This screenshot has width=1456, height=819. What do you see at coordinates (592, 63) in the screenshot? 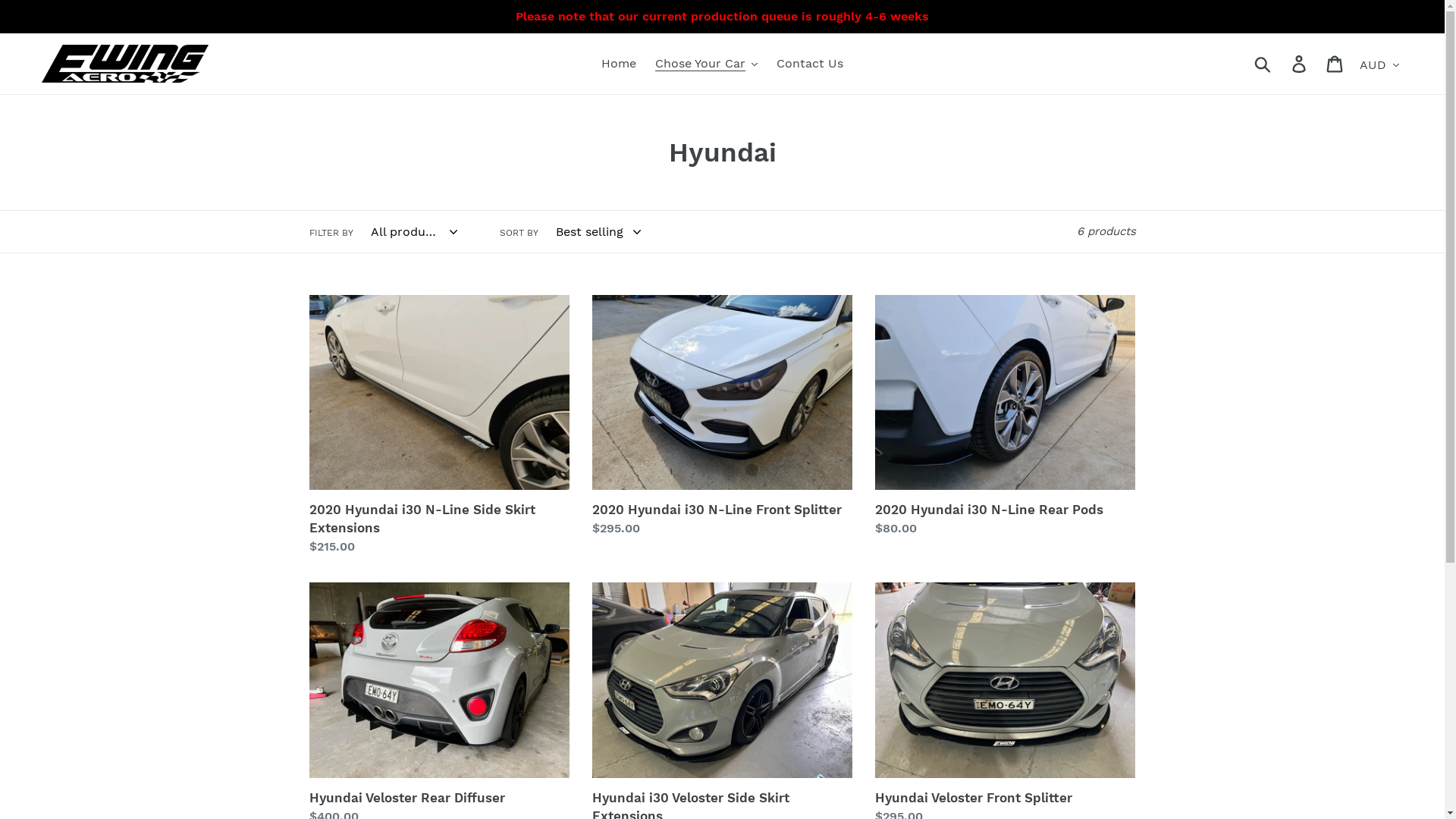
I see `'Home'` at bounding box center [592, 63].